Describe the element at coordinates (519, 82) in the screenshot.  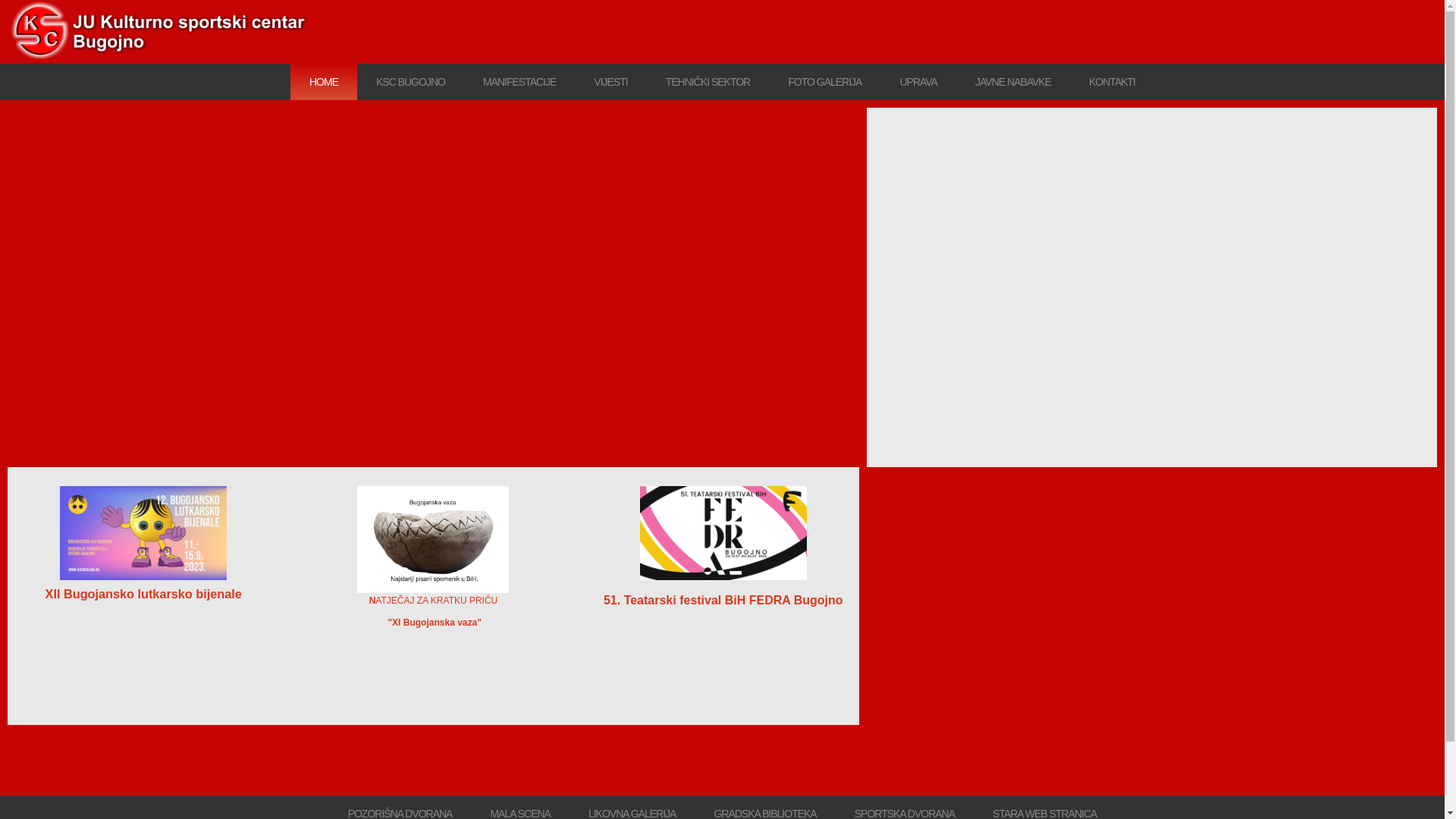
I see `'MANIFESTACIJE'` at that location.